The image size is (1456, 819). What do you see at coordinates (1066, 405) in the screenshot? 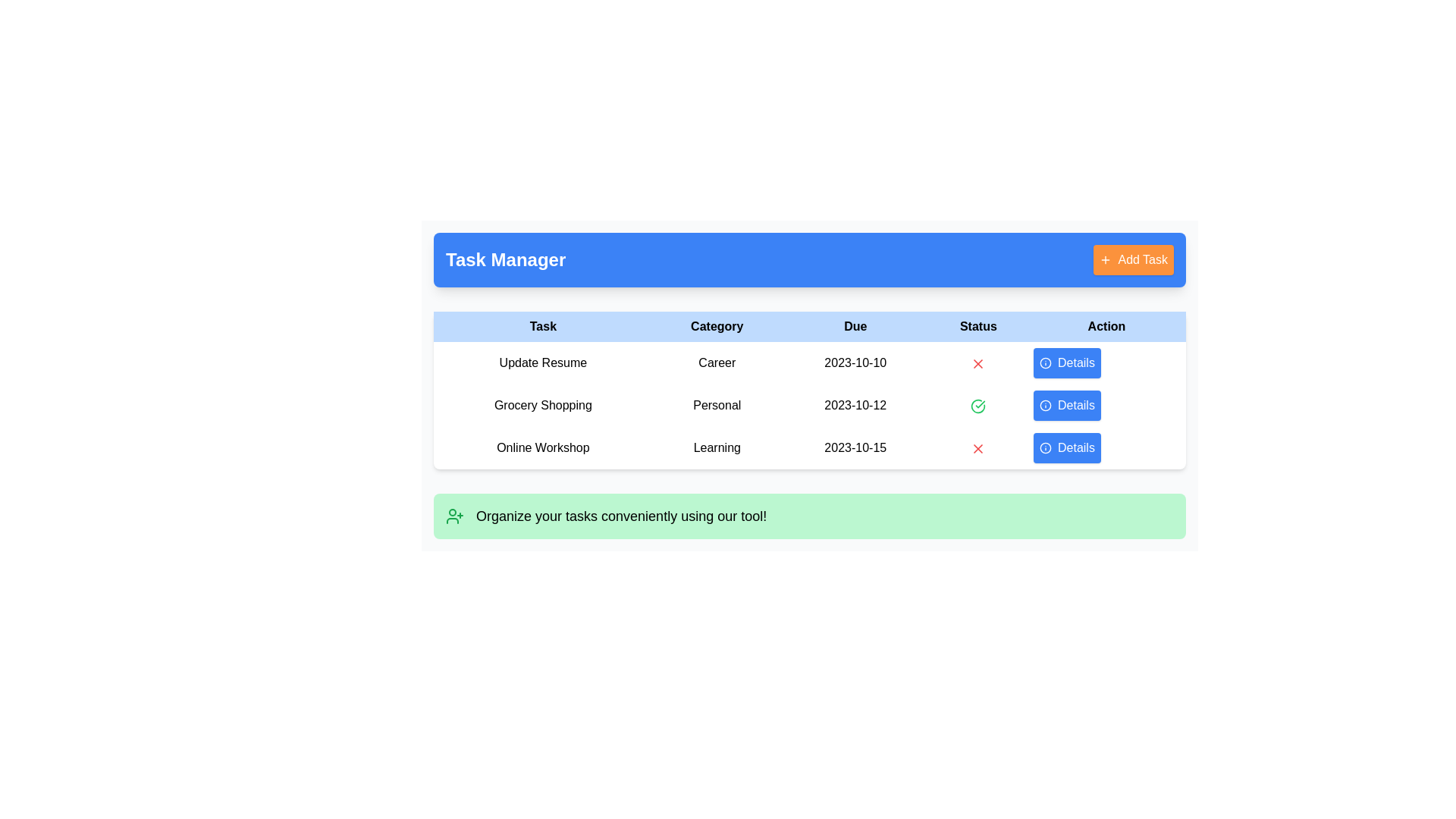
I see `the button in the last column of the 'Action' section of the table, located in the second row next to 'Grocery Shopping'` at bounding box center [1066, 405].